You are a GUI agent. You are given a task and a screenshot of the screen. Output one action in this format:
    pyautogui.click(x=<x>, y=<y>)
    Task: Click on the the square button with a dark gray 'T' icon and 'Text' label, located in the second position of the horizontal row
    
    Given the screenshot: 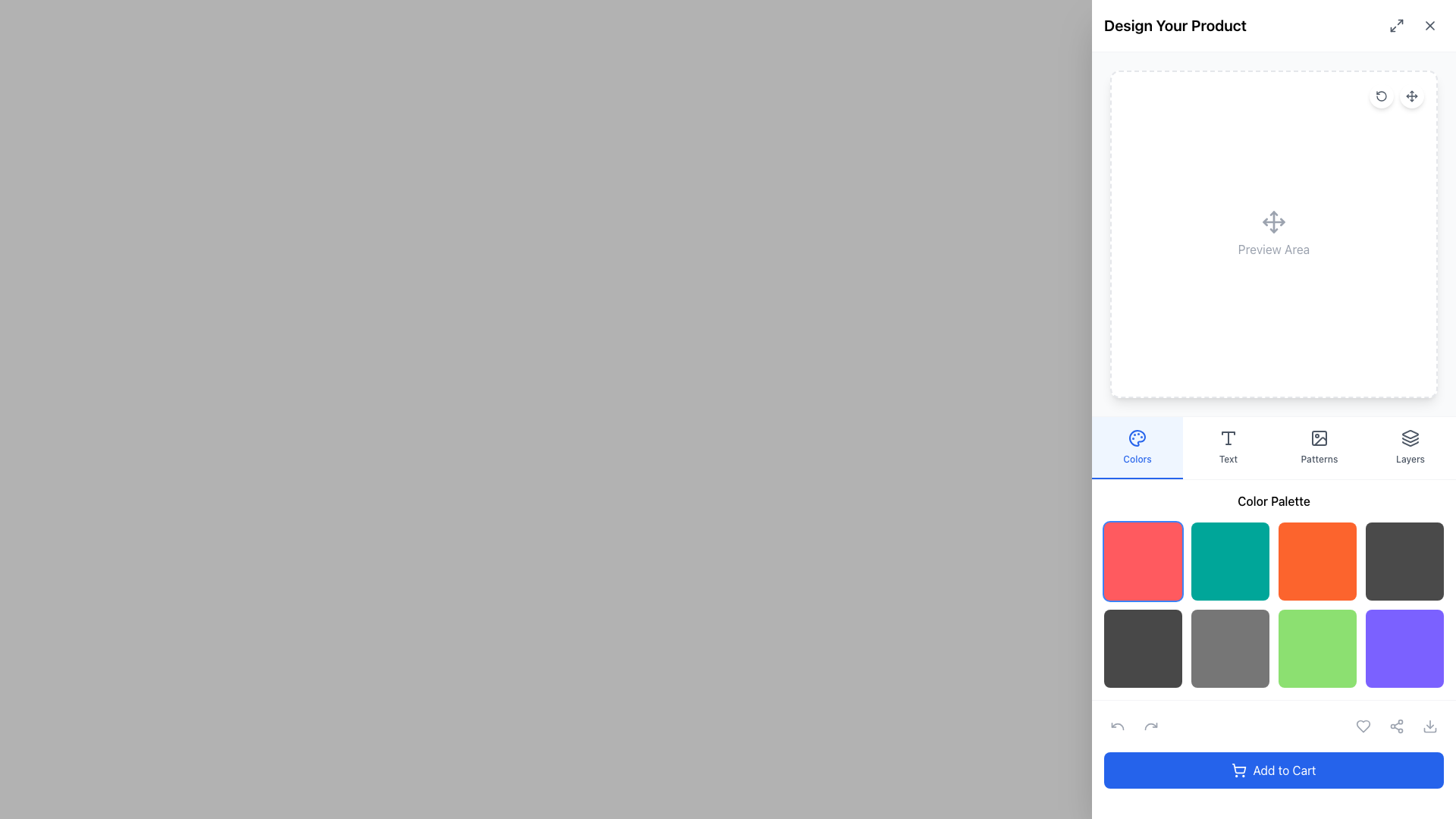 What is the action you would take?
    pyautogui.click(x=1228, y=447)
    